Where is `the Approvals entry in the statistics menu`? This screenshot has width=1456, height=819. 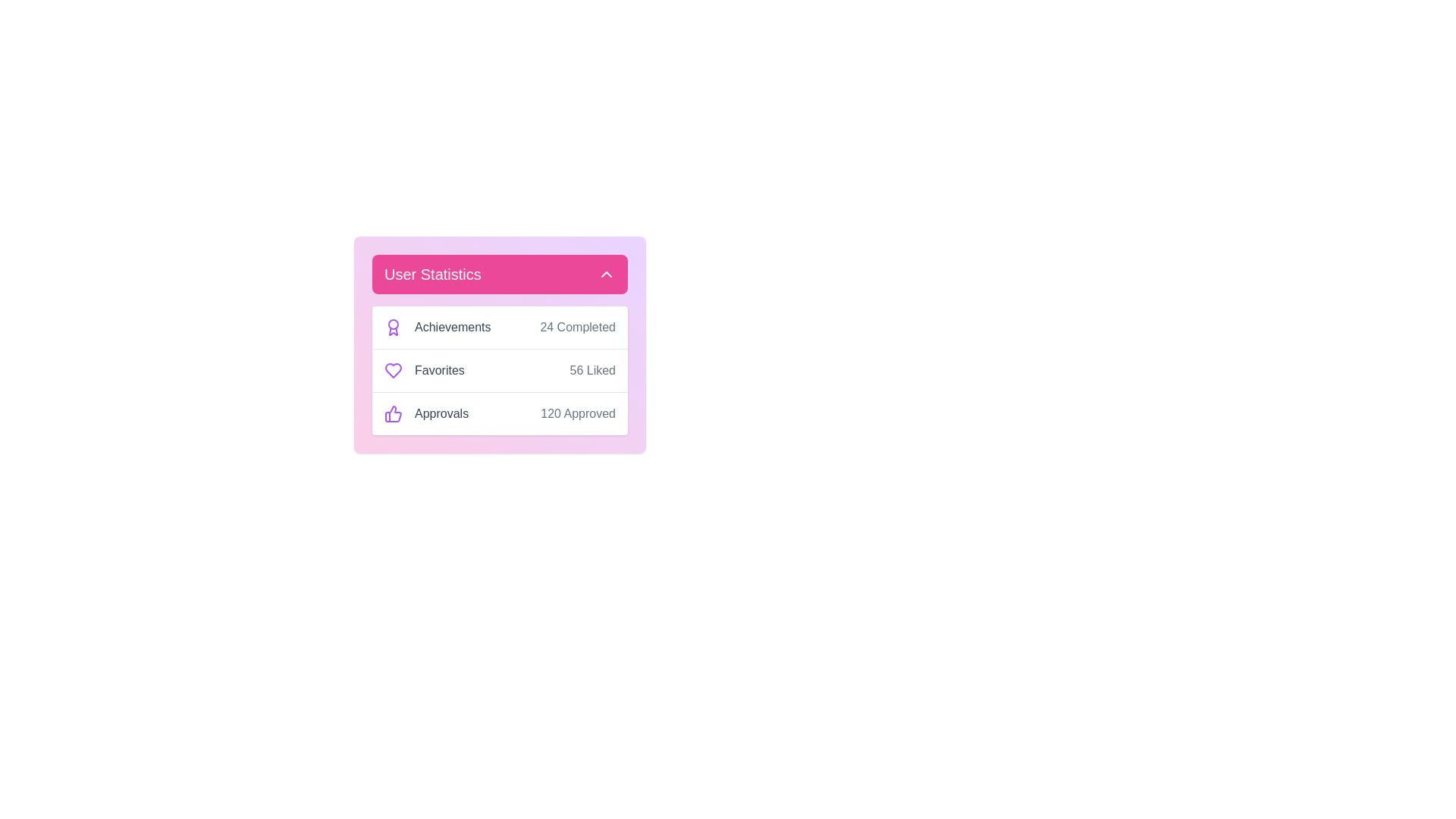
the Approvals entry in the statistics menu is located at coordinates (500, 413).